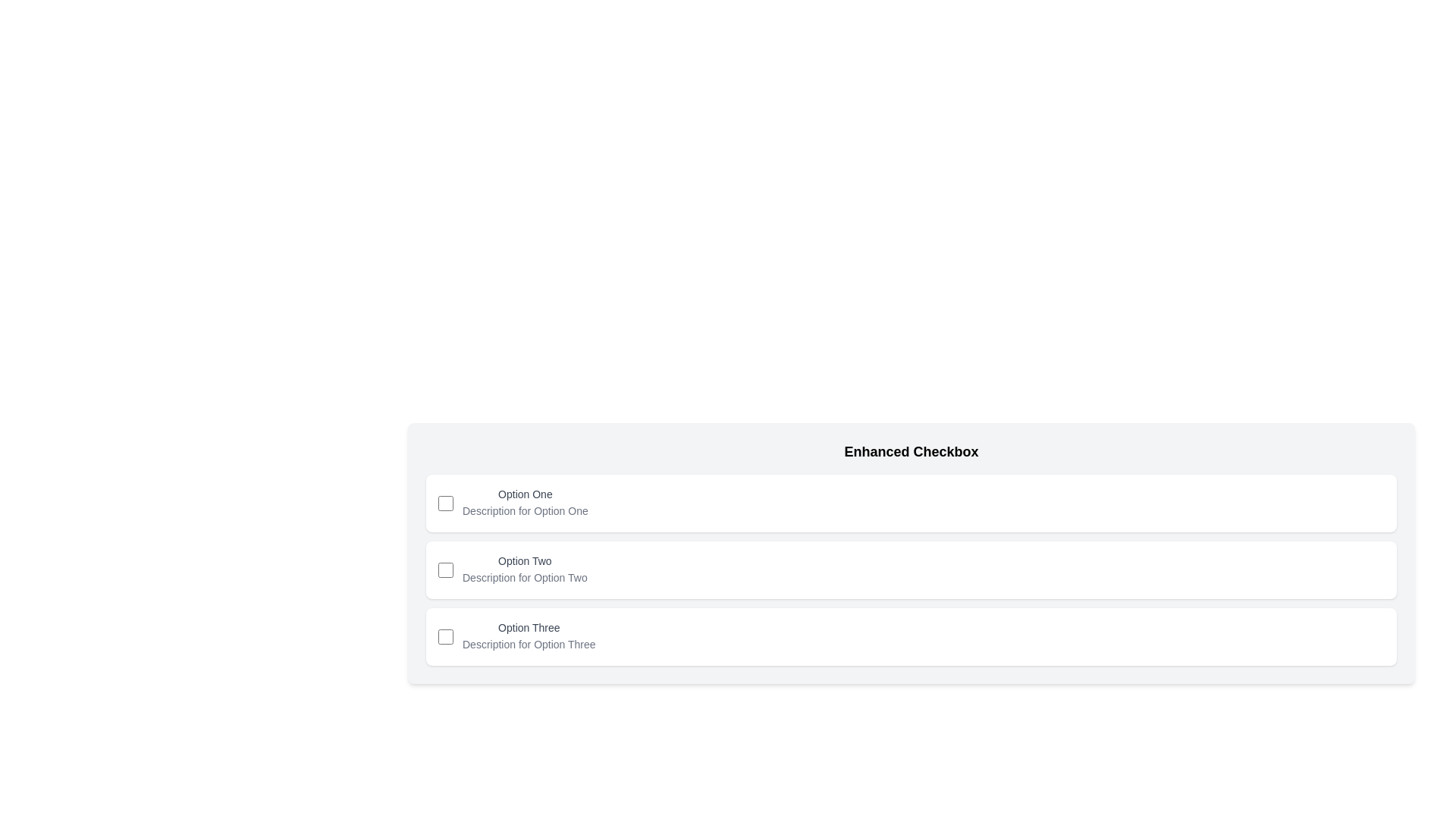  Describe the element at coordinates (525, 561) in the screenshot. I see `the text label displaying 'Option Two', which is the second item in a series of options, located between 'Option One' and 'Option Three'` at that location.